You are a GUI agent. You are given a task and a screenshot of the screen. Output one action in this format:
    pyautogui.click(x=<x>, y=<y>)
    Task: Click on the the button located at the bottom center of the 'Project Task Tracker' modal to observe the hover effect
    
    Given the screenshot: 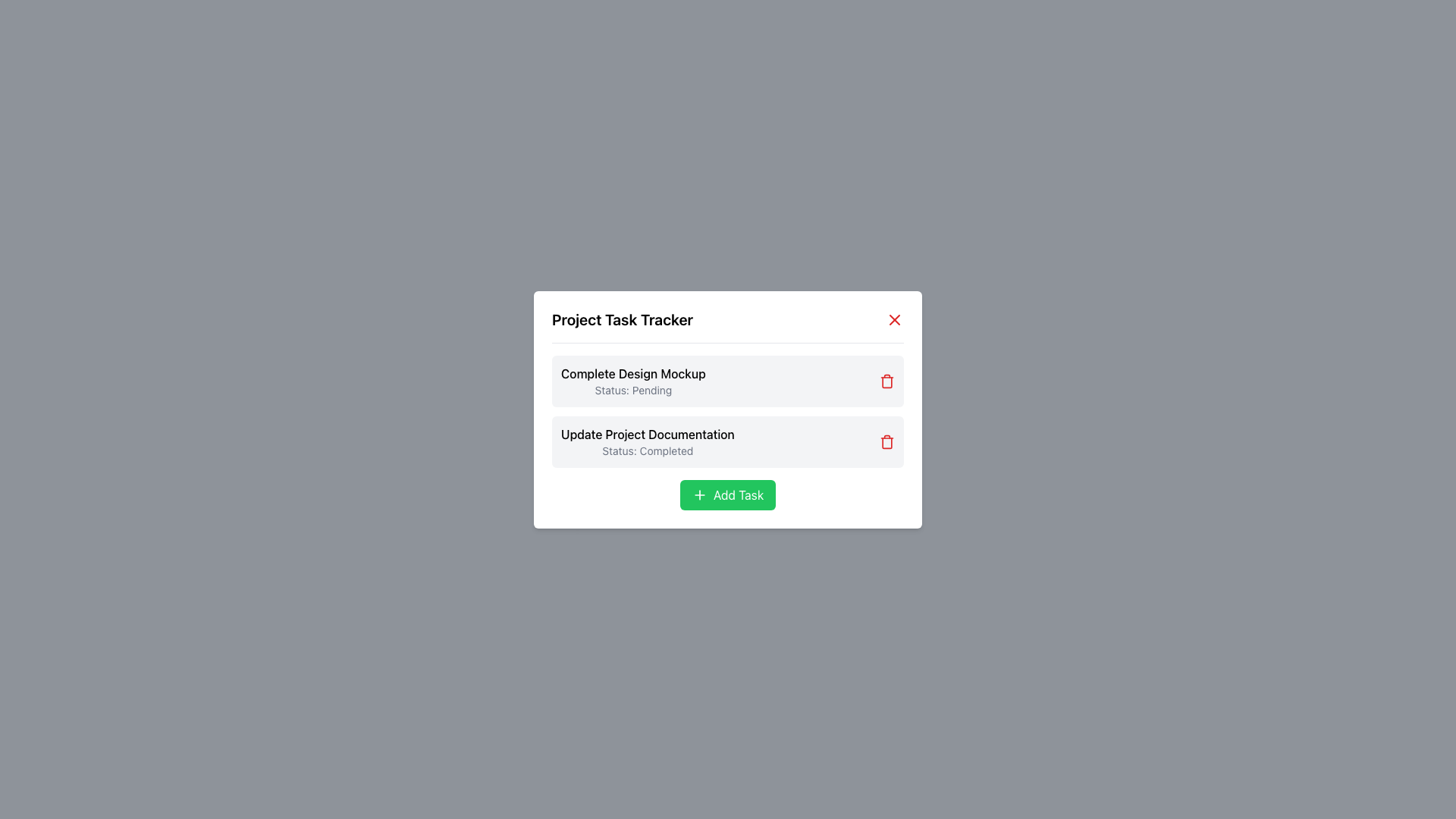 What is the action you would take?
    pyautogui.click(x=728, y=494)
    